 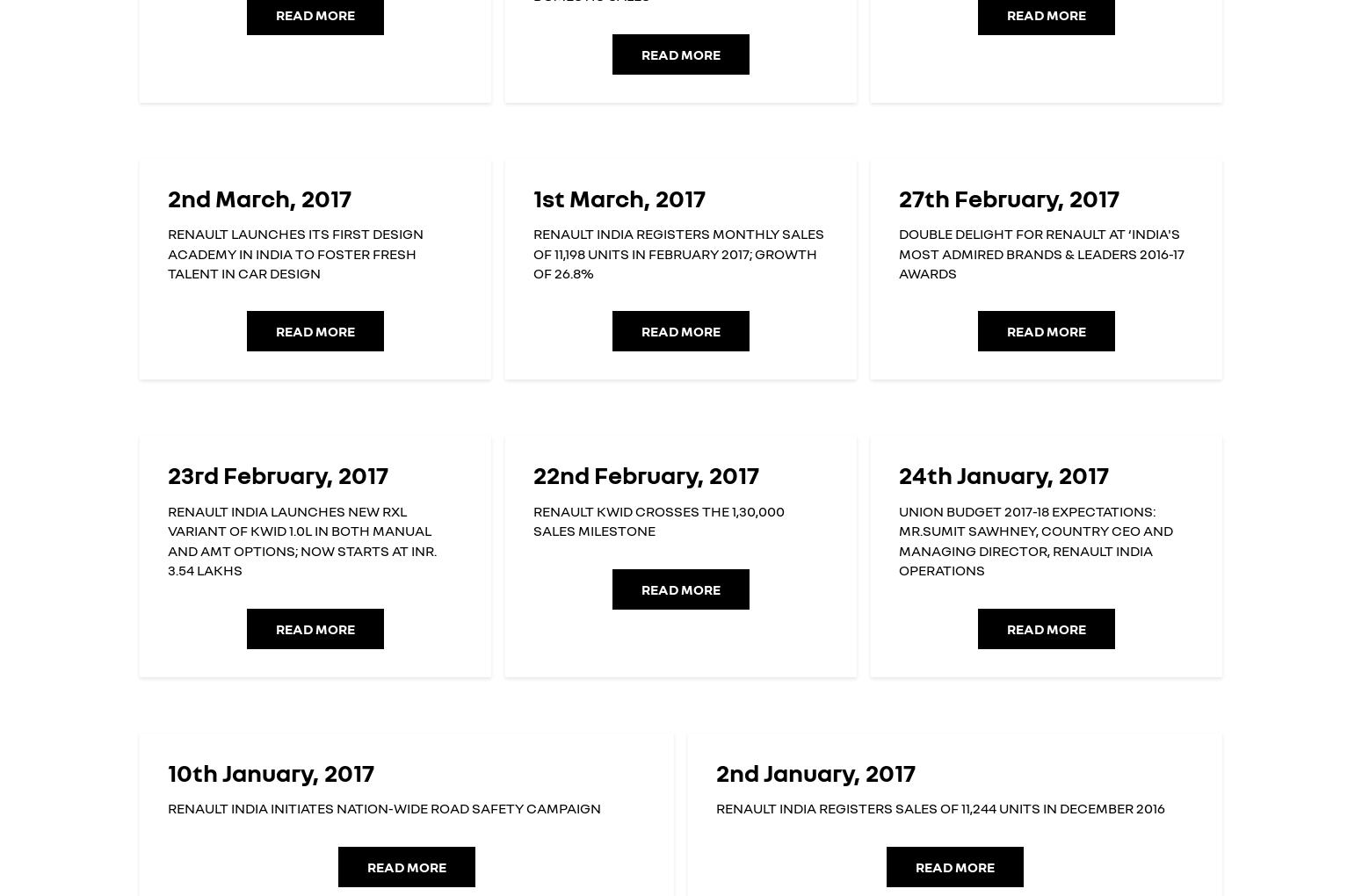 I want to click on '24th January, 2017', so click(x=1003, y=473).